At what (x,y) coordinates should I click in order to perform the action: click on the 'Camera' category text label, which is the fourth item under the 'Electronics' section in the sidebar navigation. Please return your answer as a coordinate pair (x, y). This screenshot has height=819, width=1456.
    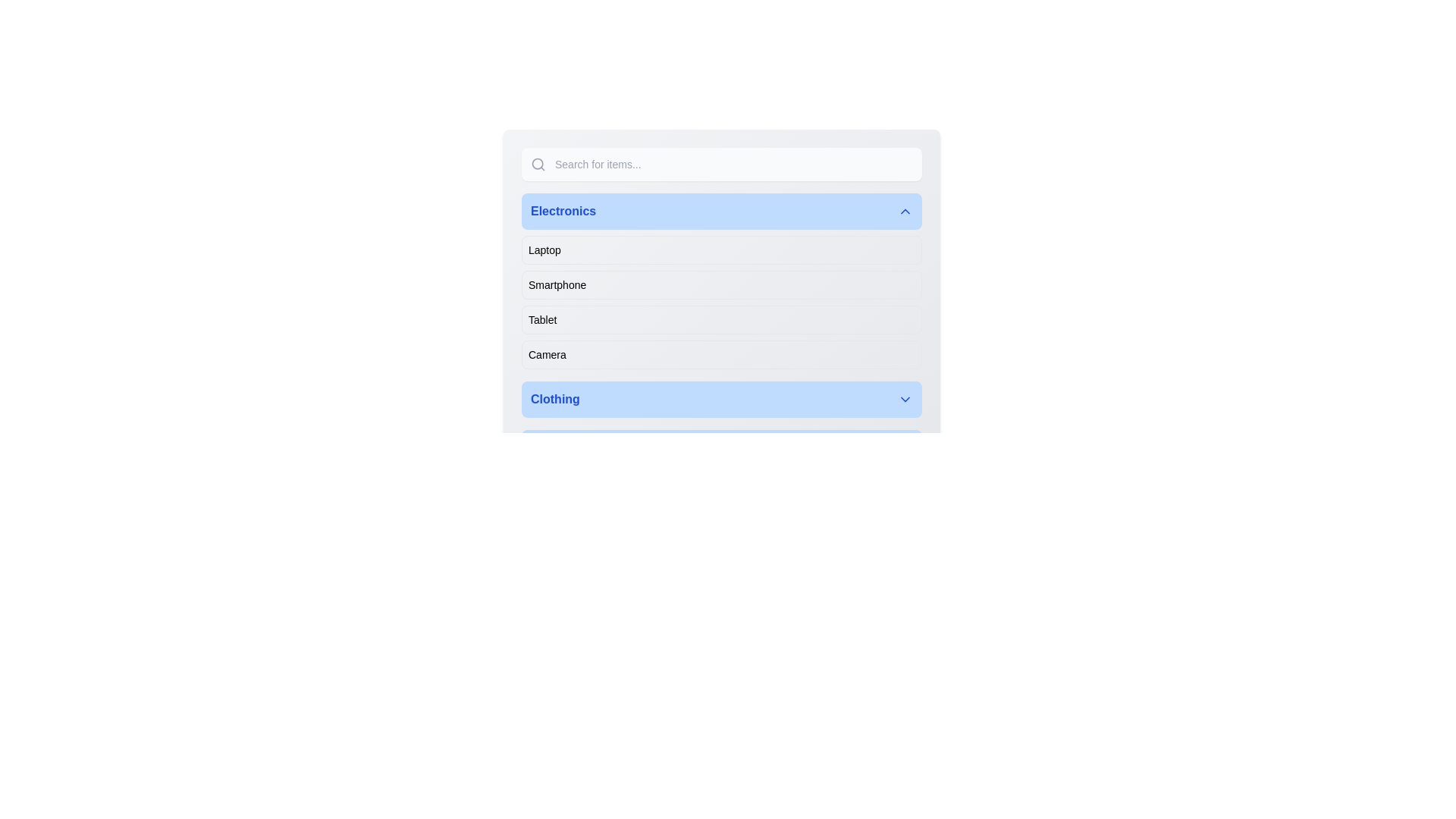
    Looking at the image, I should click on (546, 354).